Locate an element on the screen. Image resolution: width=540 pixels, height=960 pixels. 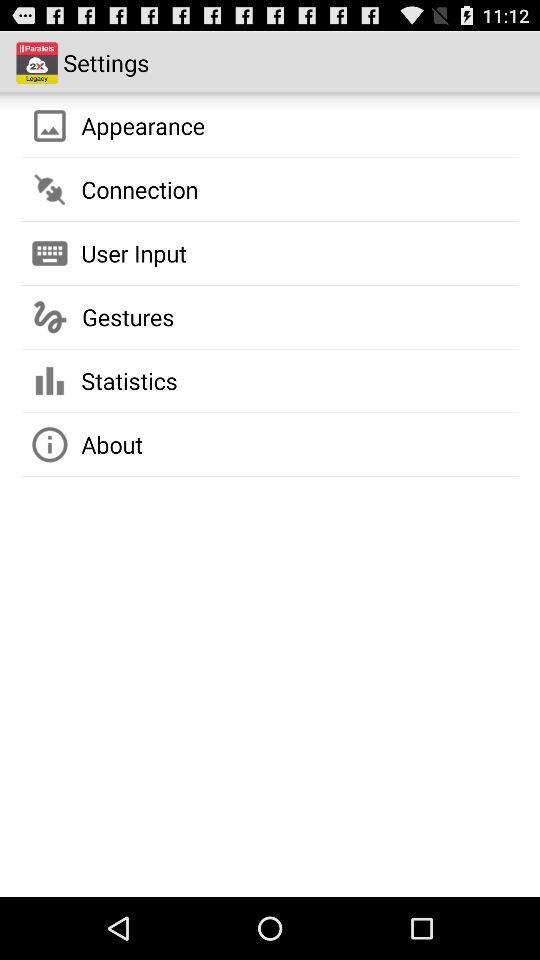
appearance is located at coordinates (142, 124).